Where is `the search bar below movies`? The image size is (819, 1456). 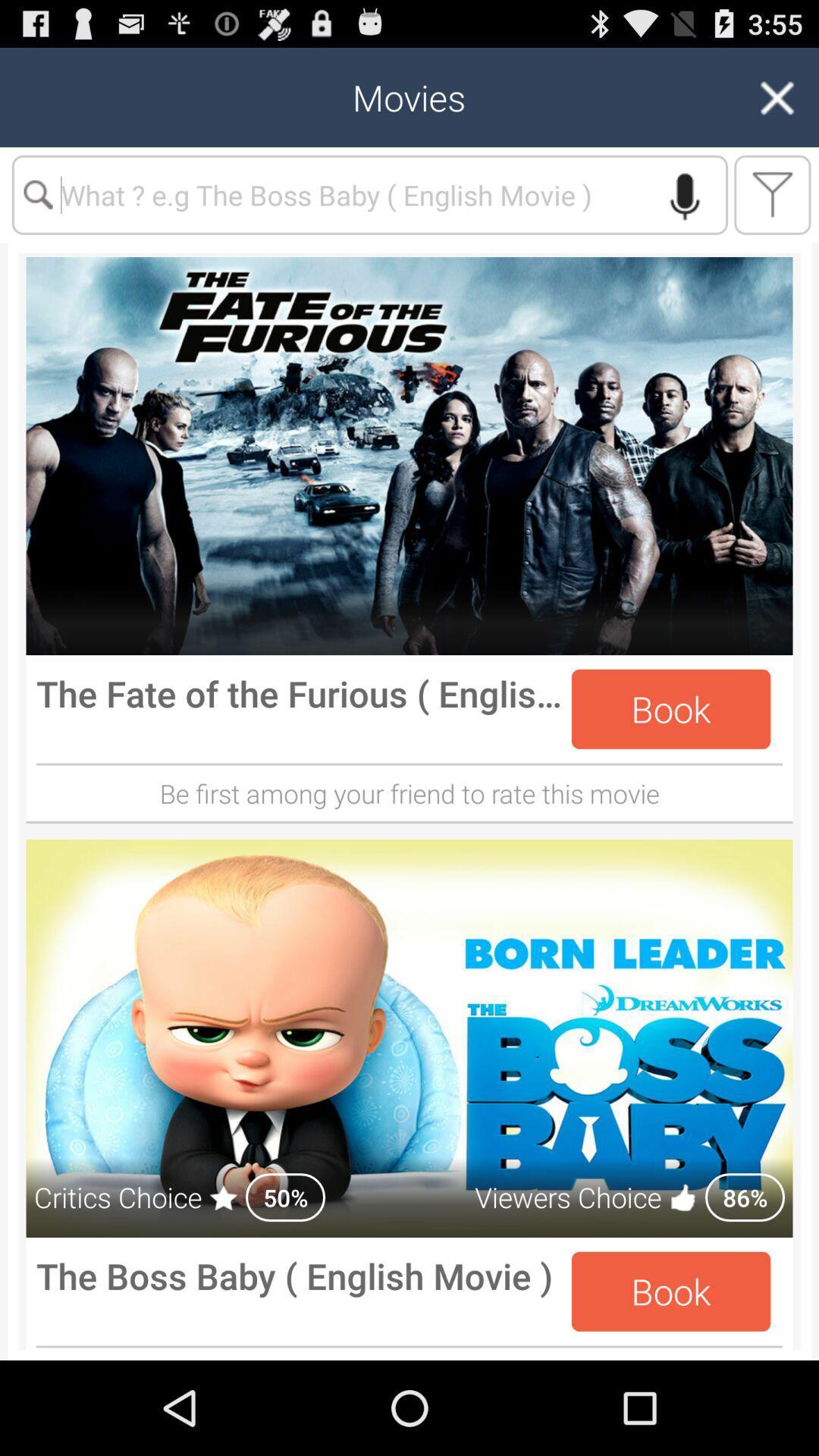 the search bar below movies is located at coordinates (370, 194).